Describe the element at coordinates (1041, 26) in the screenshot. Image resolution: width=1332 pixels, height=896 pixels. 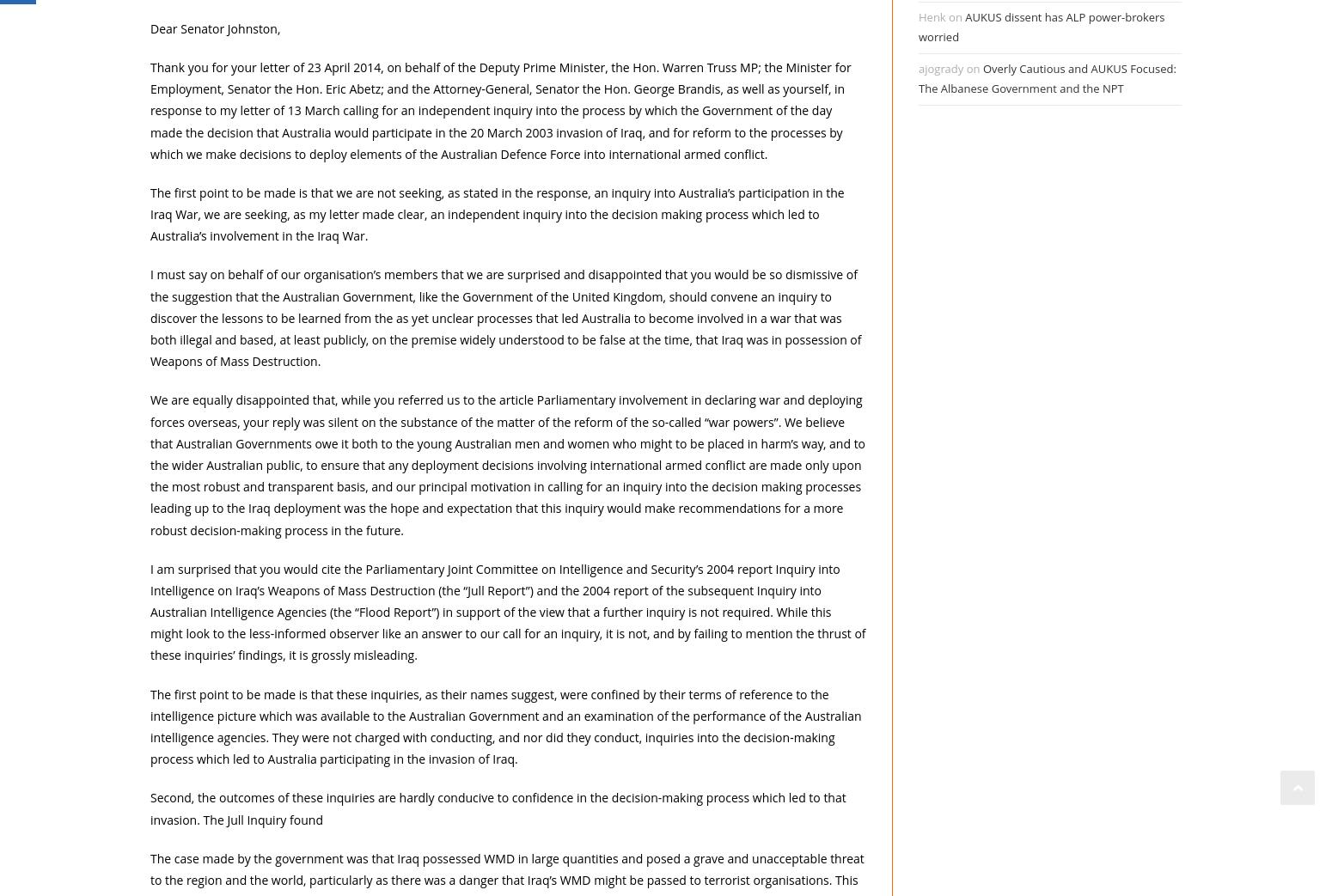
I see `'AUKUS dissent has ALP power-brokers worried'` at that location.